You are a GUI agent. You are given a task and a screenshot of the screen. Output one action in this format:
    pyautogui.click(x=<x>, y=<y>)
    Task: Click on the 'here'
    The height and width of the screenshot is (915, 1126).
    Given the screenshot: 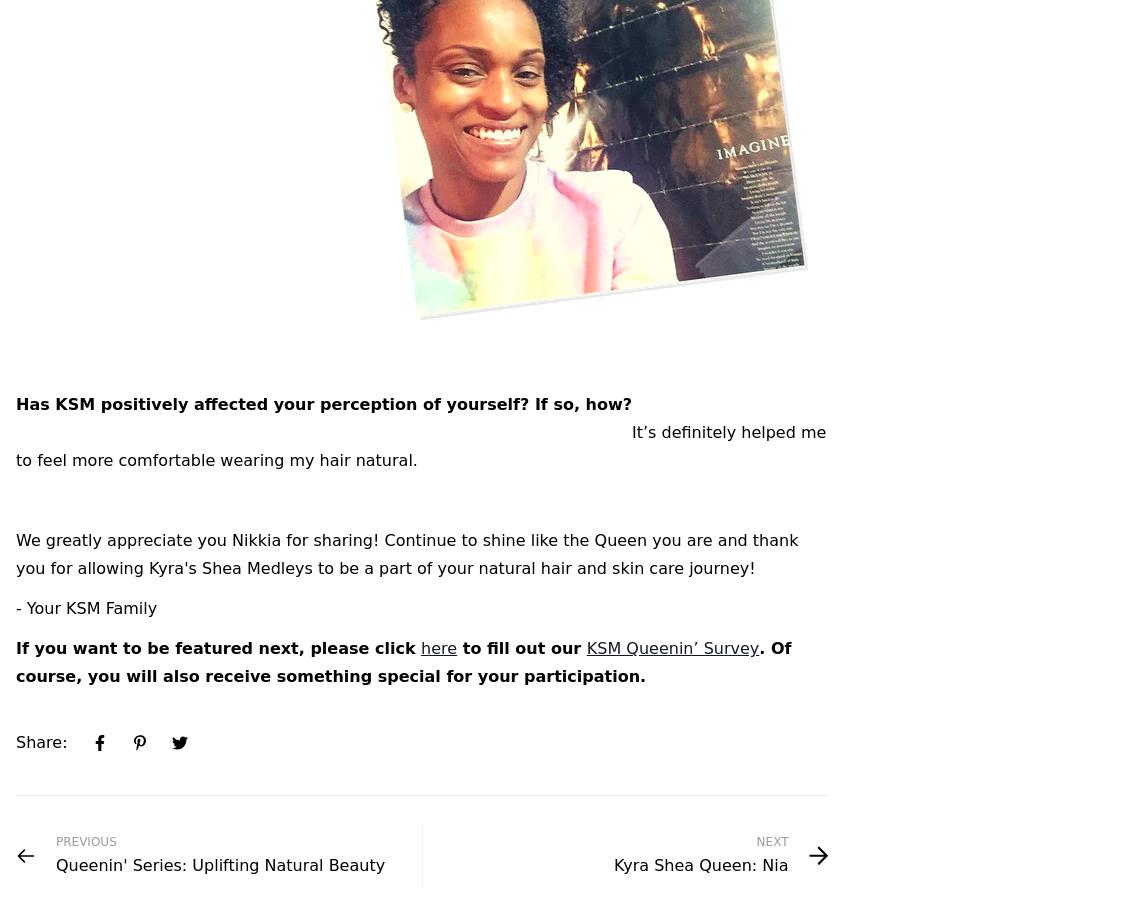 What is the action you would take?
    pyautogui.click(x=420, y=648)
    